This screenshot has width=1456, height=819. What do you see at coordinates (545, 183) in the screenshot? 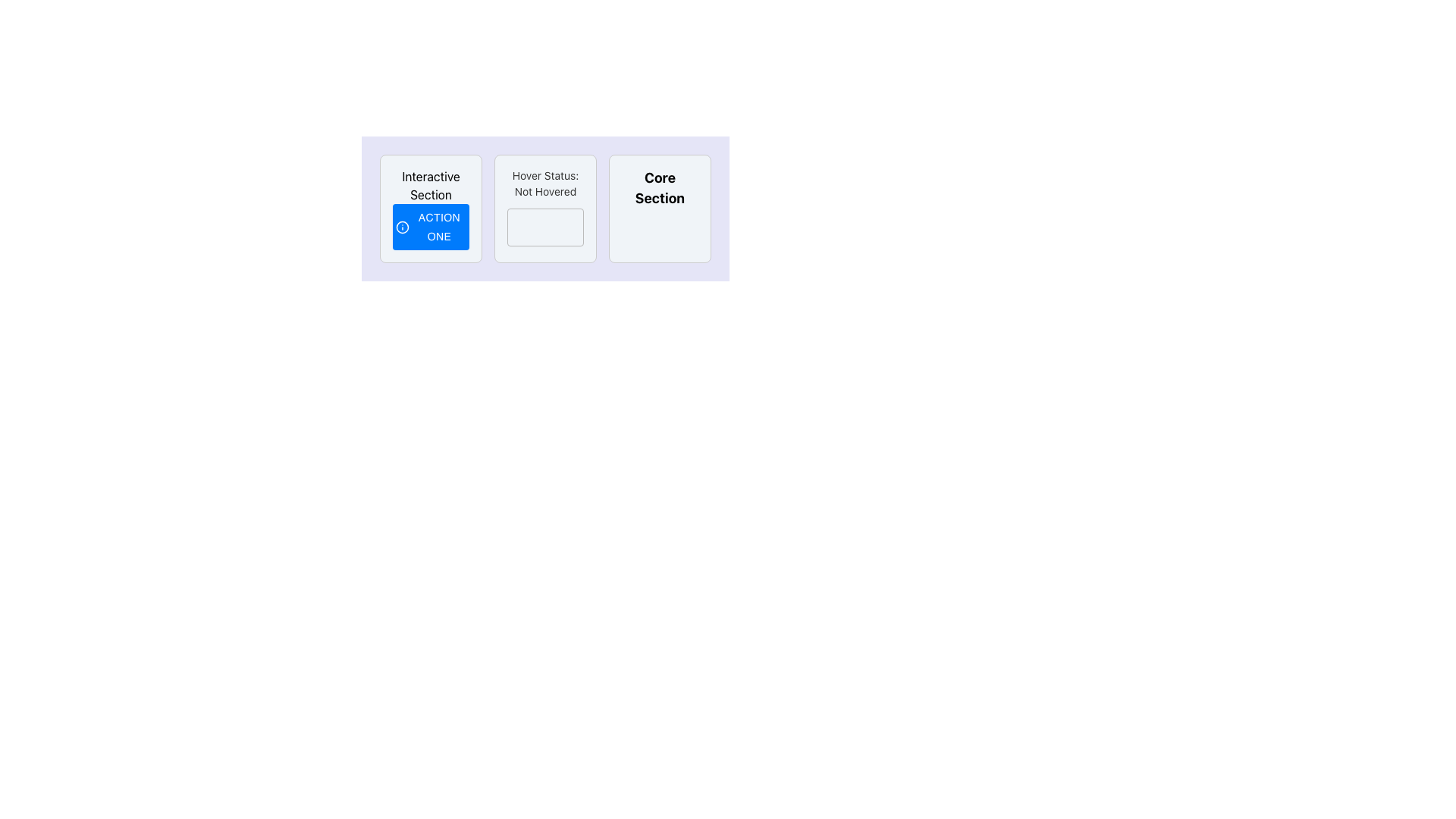
I see `text content of the Text Label that indicates hover status, which currently displays 'Not Hovered'` at bounding box center [545, 183].